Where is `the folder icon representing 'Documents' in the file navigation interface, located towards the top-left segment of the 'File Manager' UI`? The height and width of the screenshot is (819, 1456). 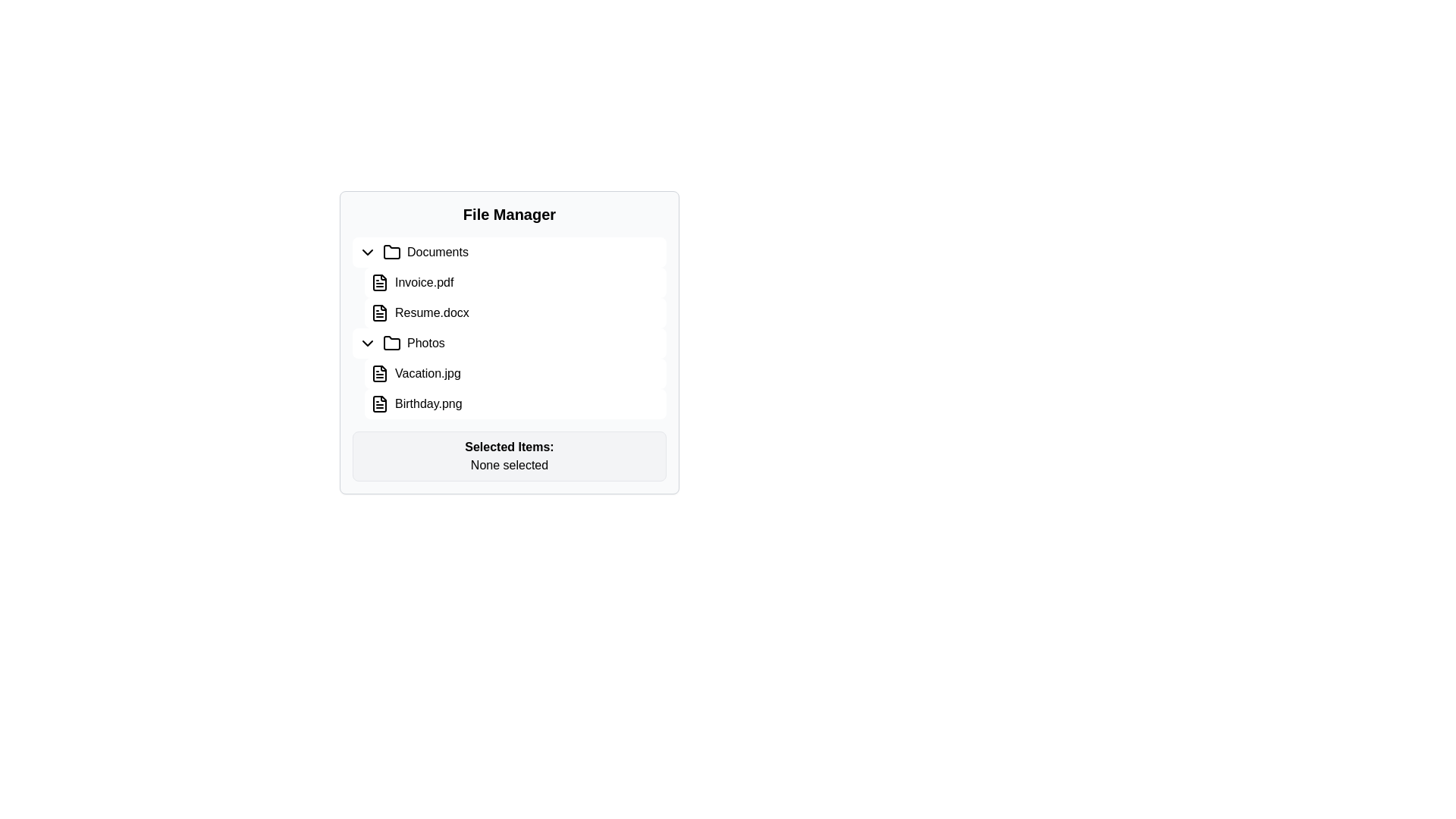
the folder icon representing 'Documents' in the file navigation interface, located towards the top-left segment of the 'File Manager' UI is located at coordinates (392, 250).